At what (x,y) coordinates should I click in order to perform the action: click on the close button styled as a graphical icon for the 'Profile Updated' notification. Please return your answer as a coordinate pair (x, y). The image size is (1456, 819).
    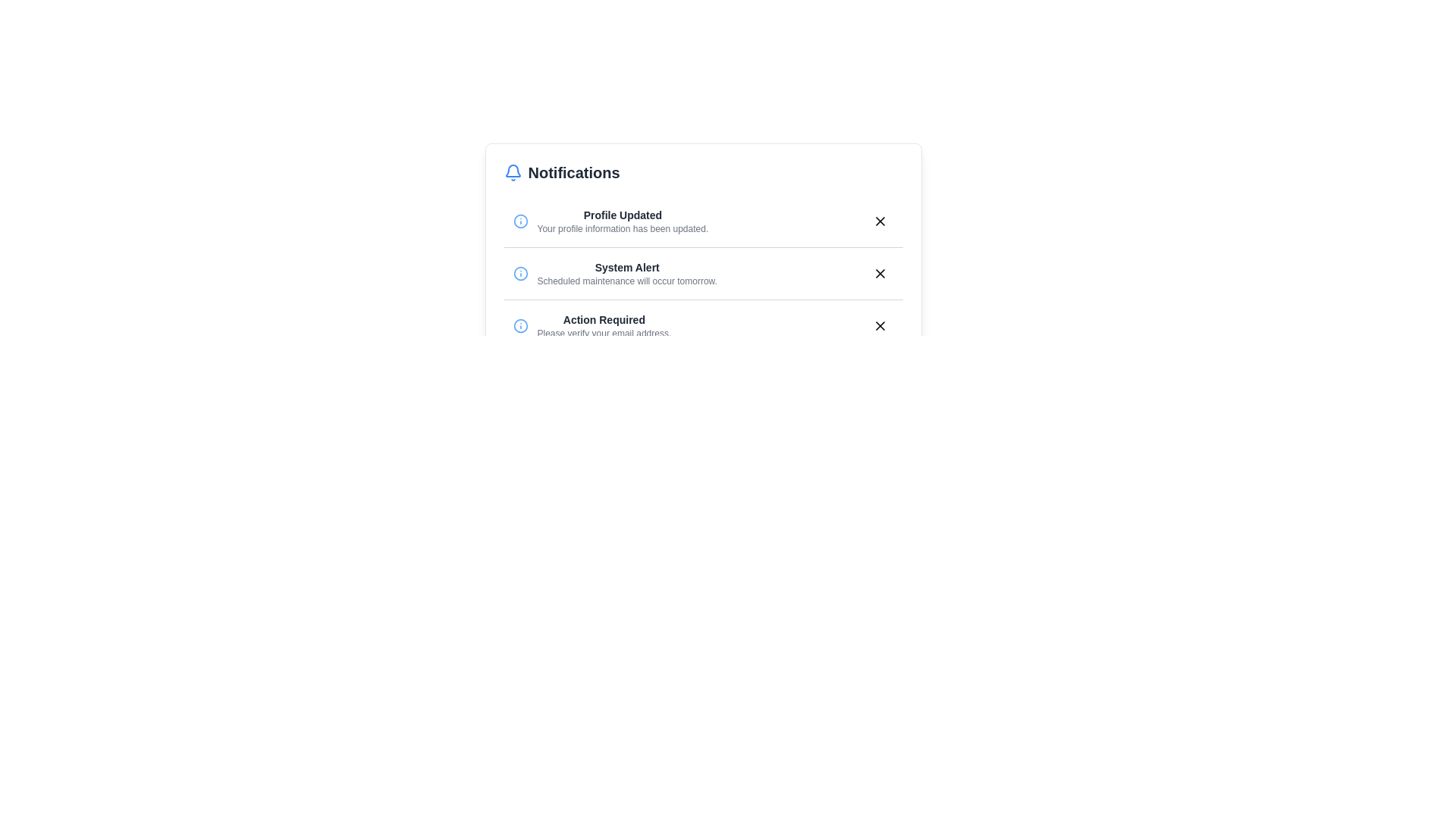
    Looking at the image, I should click on (880, 221).